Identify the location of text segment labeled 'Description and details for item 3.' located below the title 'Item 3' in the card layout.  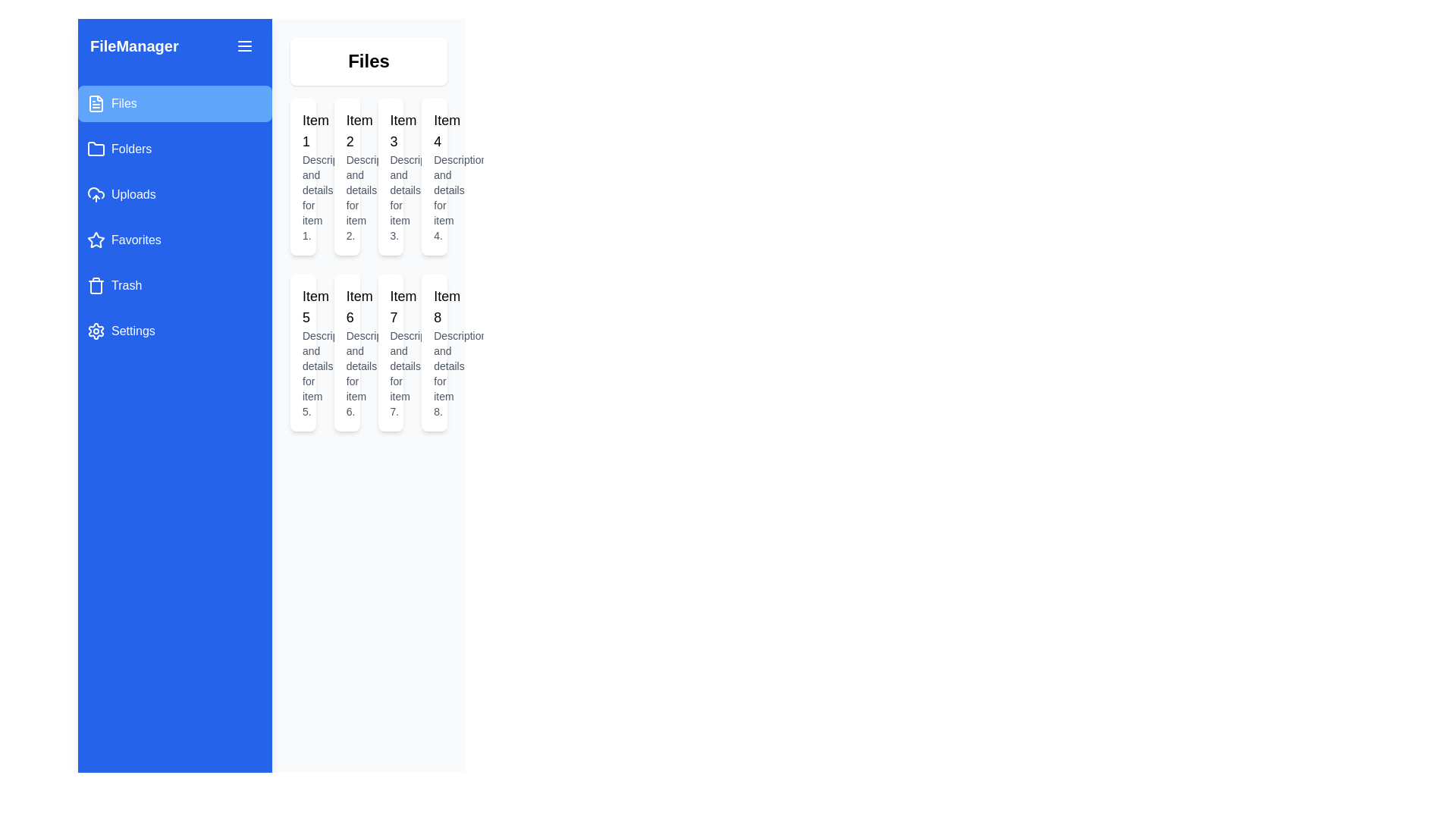
(391, 197).